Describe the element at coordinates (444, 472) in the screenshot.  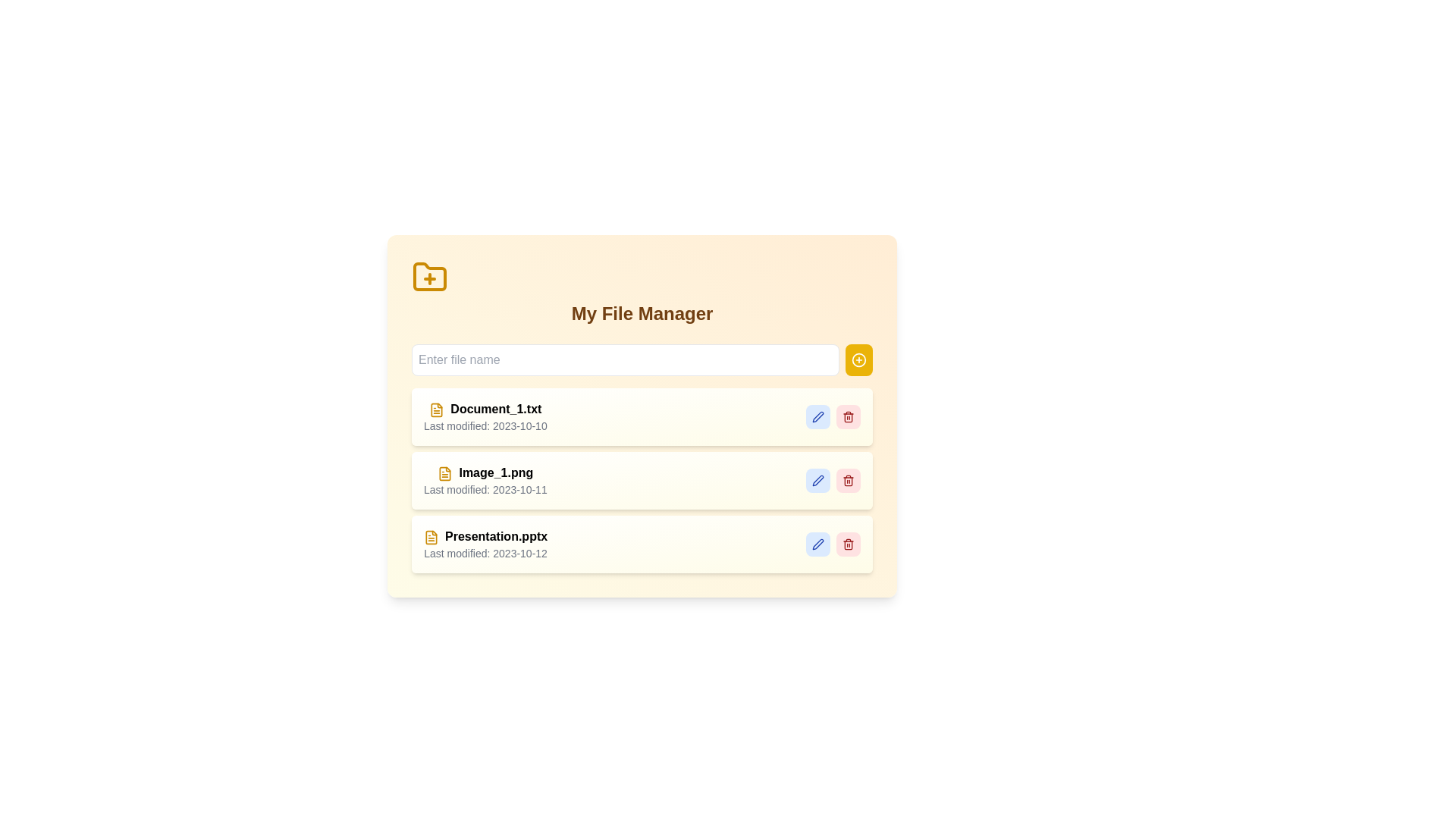
I see `the SVG-based icon representing the file 'Image_1.png' in the file manager interface, located to the immediate left of the corresponding text` at that location.